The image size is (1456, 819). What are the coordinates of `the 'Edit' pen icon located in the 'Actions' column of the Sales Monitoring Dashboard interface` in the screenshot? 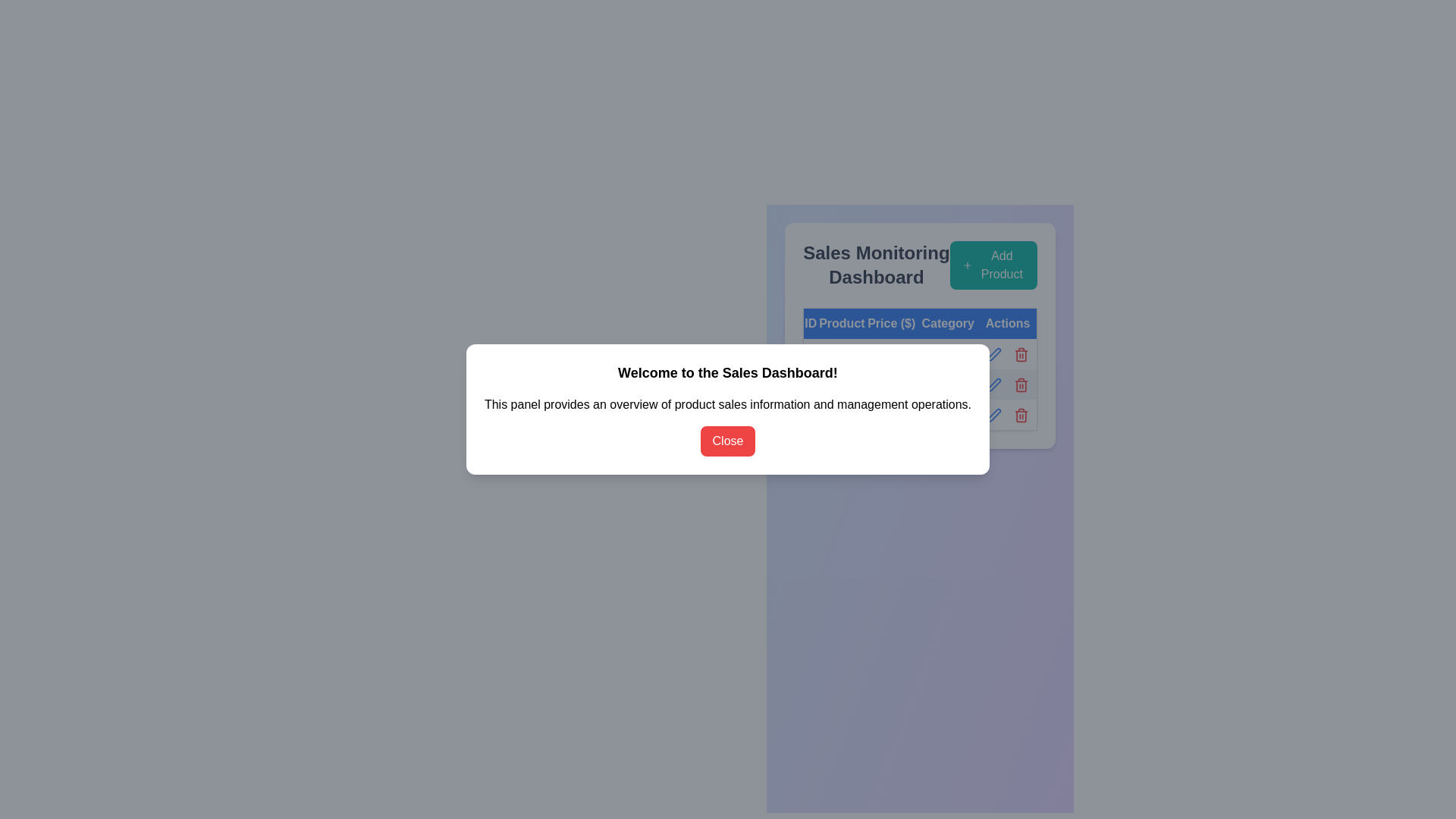 It's located at (994, 354).